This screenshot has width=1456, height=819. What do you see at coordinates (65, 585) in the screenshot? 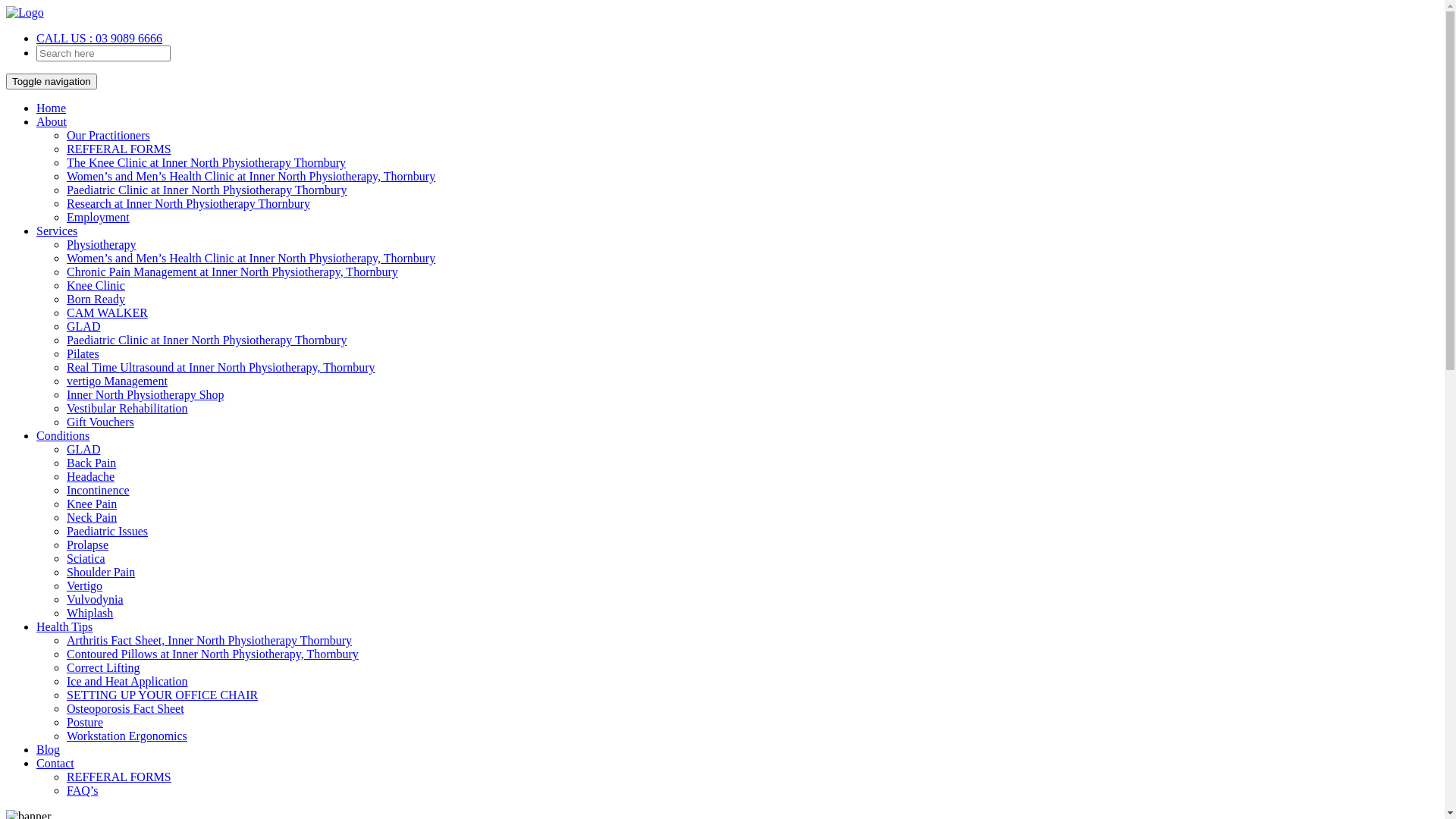
I see `'Vertigo'` at bounding box center [65, 585].